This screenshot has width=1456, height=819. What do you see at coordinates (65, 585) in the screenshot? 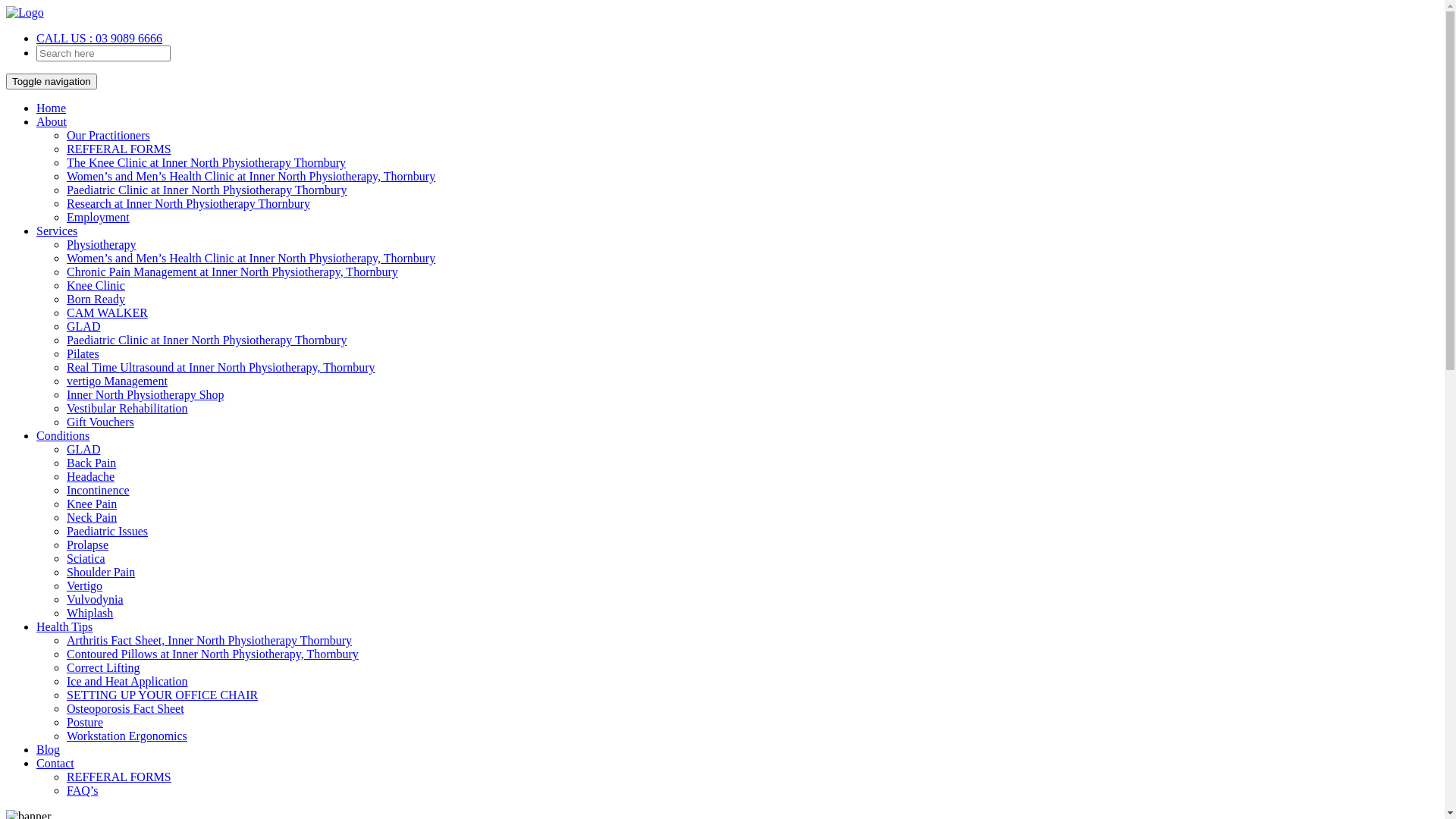
I see `'Vertigo'` at bounding box center [65, 585].